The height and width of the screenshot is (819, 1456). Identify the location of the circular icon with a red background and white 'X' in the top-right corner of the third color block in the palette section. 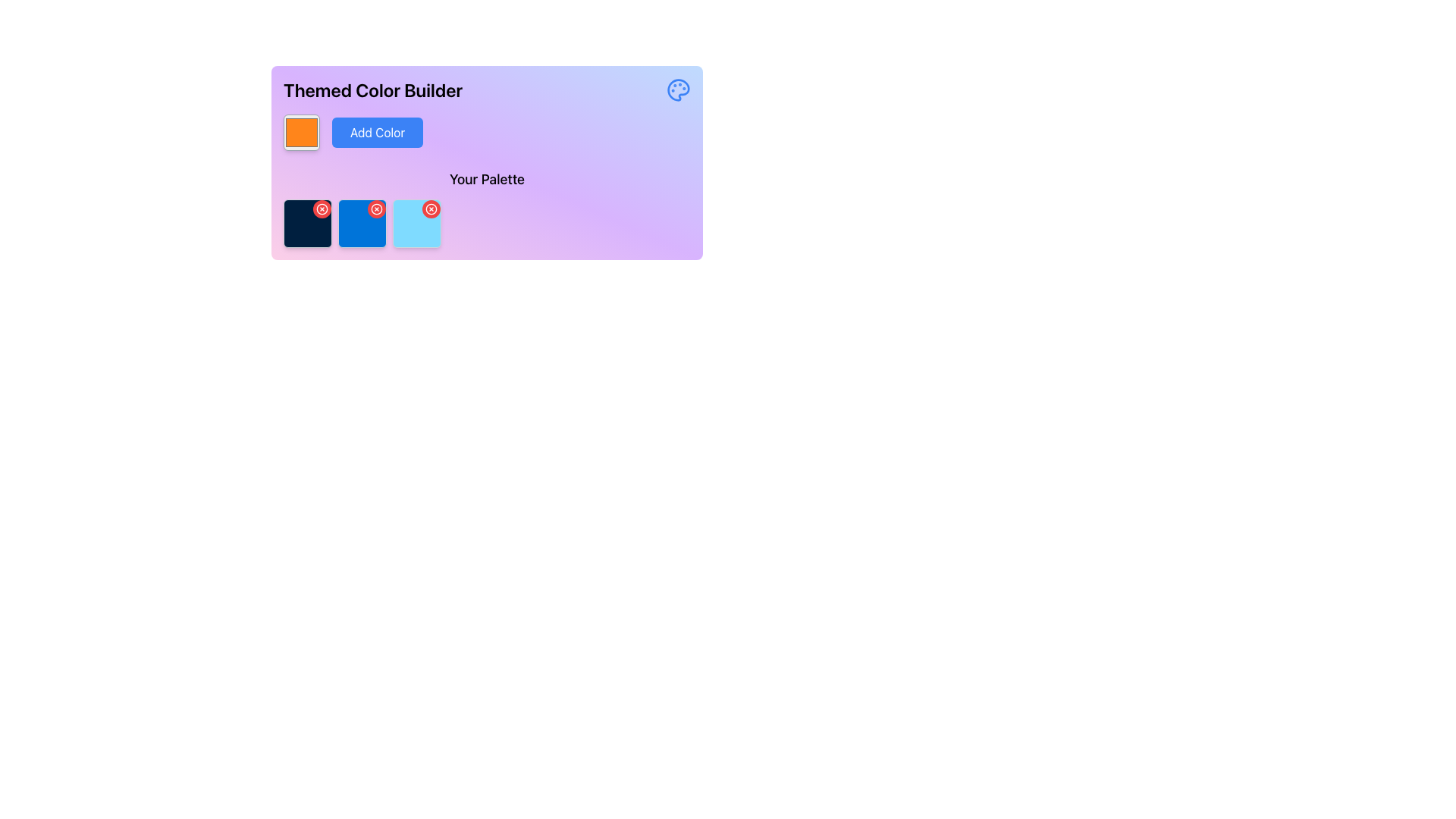
(431, 209).